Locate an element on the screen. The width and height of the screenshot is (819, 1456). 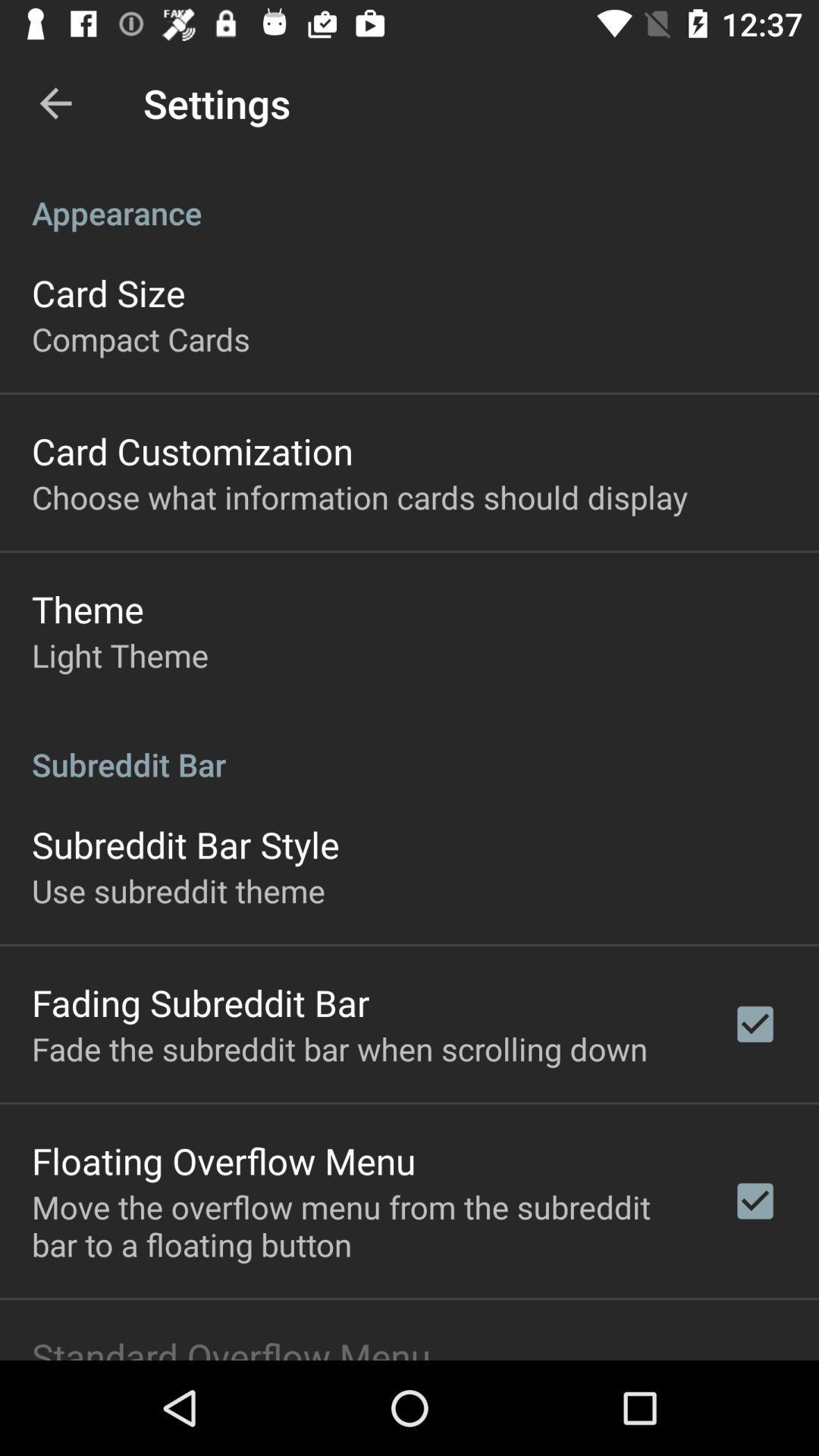
icon above the theme app is located at coordinates (359, 497).